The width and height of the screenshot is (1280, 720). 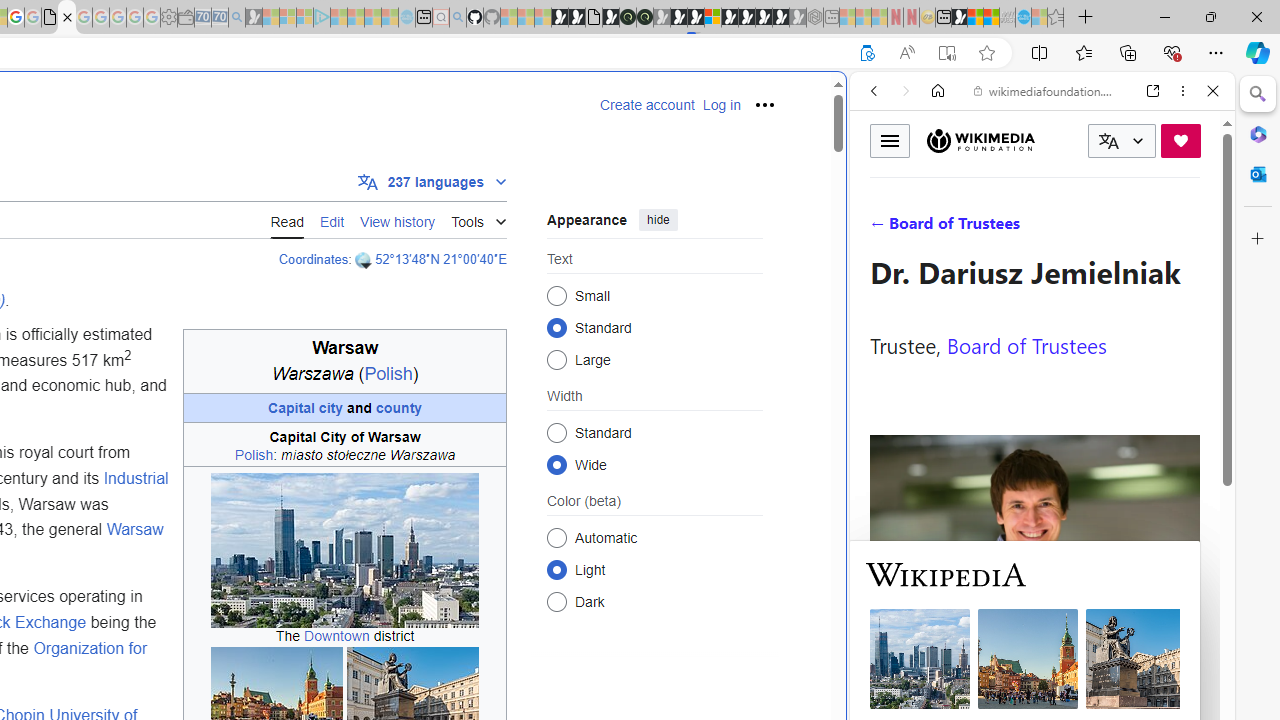 What do you see at coordinates (720, 105) in the screenshot?
I see `'Log in'` at bounding box center [720, 105].